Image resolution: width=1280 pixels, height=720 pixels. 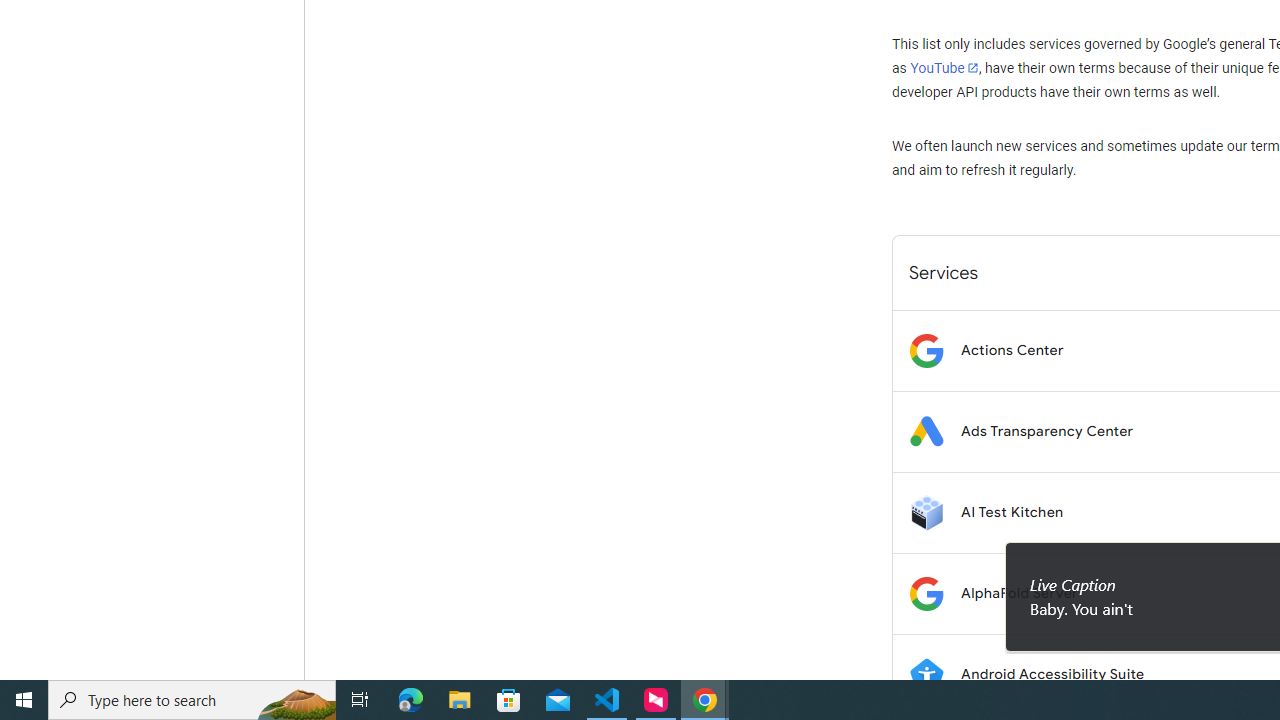 I want to click on 'Logo for Actions Center', so click(x=925, y=349).